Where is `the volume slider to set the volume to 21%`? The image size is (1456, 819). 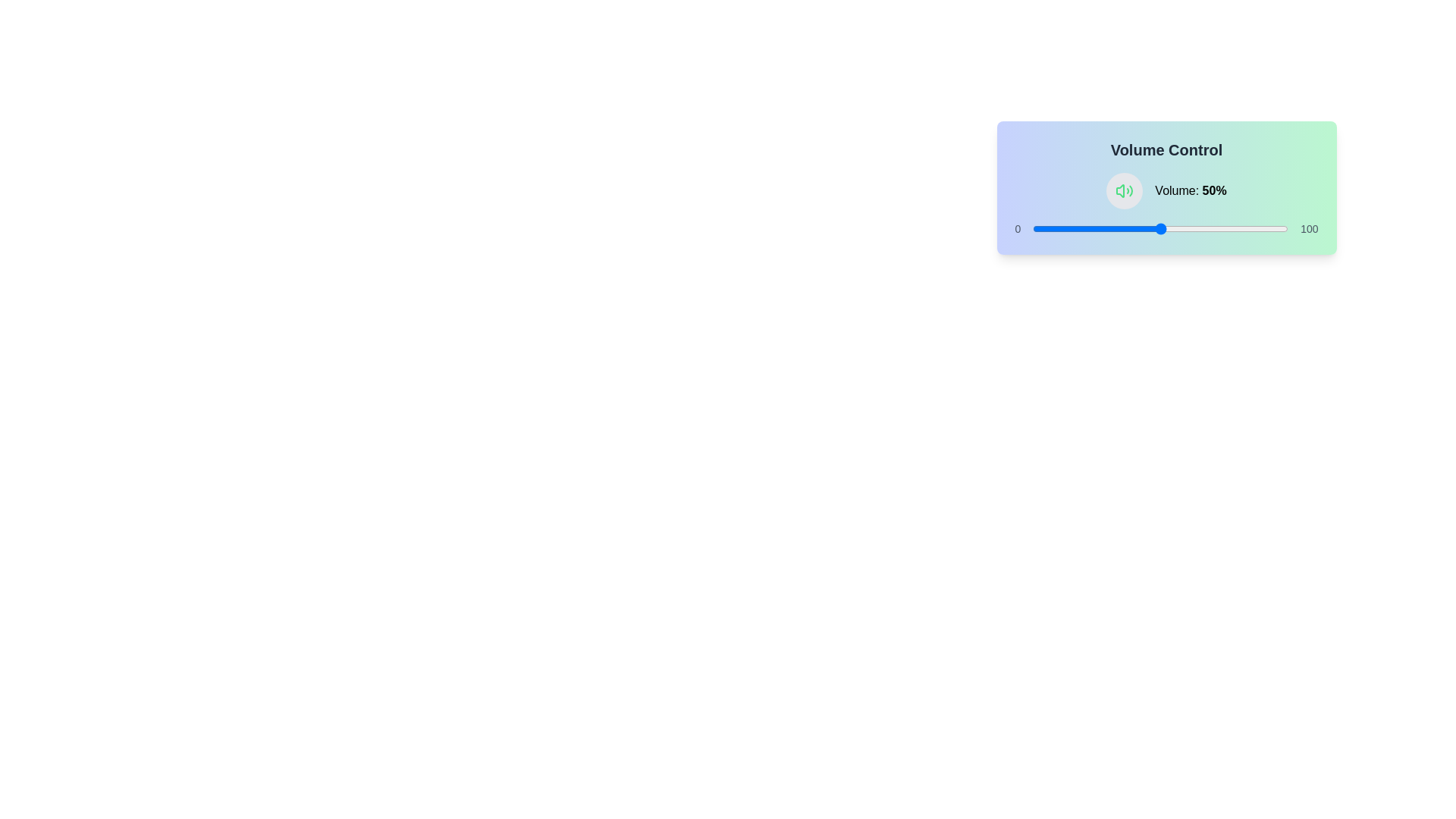 the volume slider to set the volume to 21% is located at coordinates (1086, 228).